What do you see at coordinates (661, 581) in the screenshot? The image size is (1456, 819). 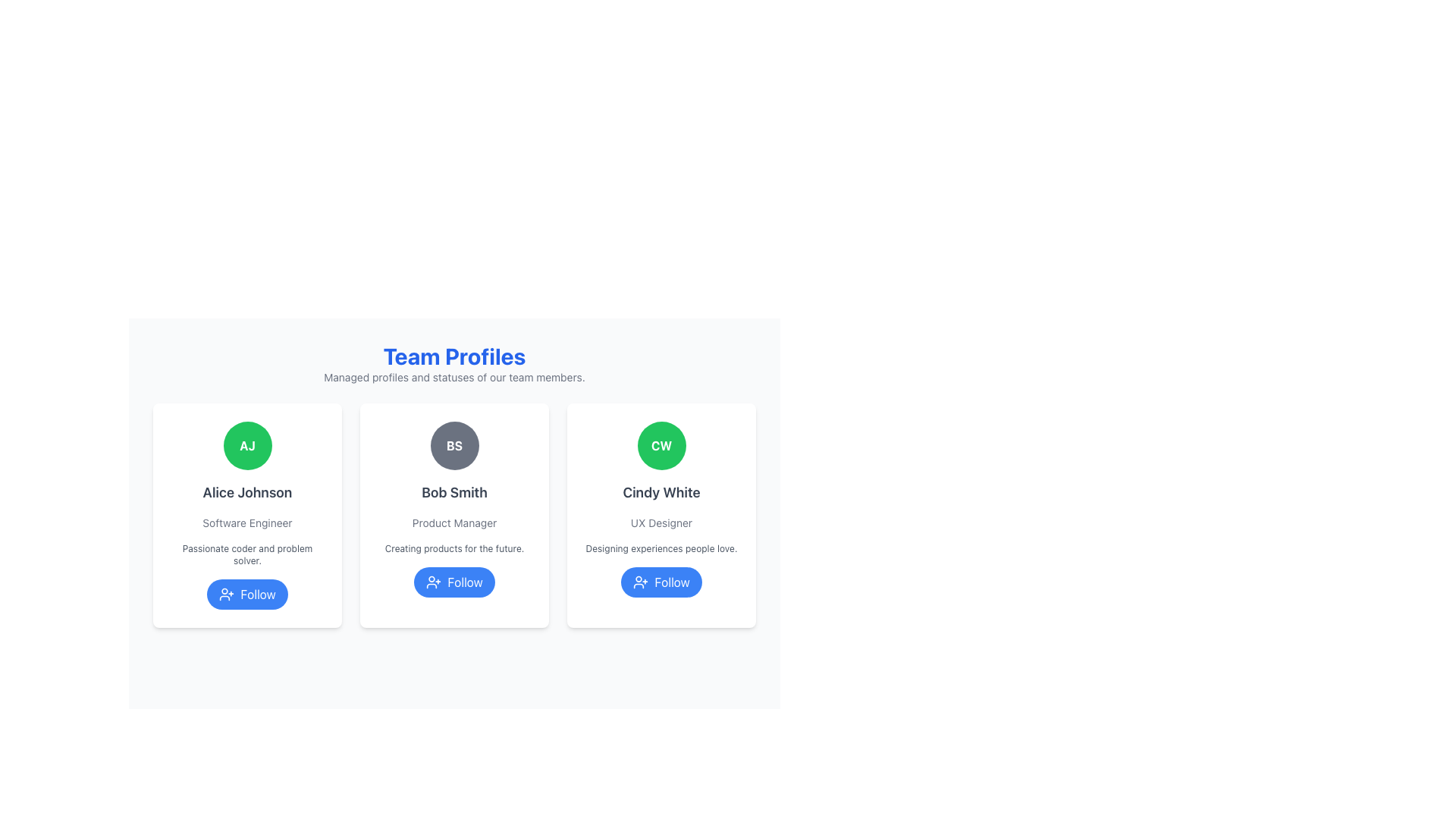 I see `the 'Follow' button with rounded edges, styled in vibrant blue, located at the bottom of Cindy White's profile card` at bounding box center [661, 581].